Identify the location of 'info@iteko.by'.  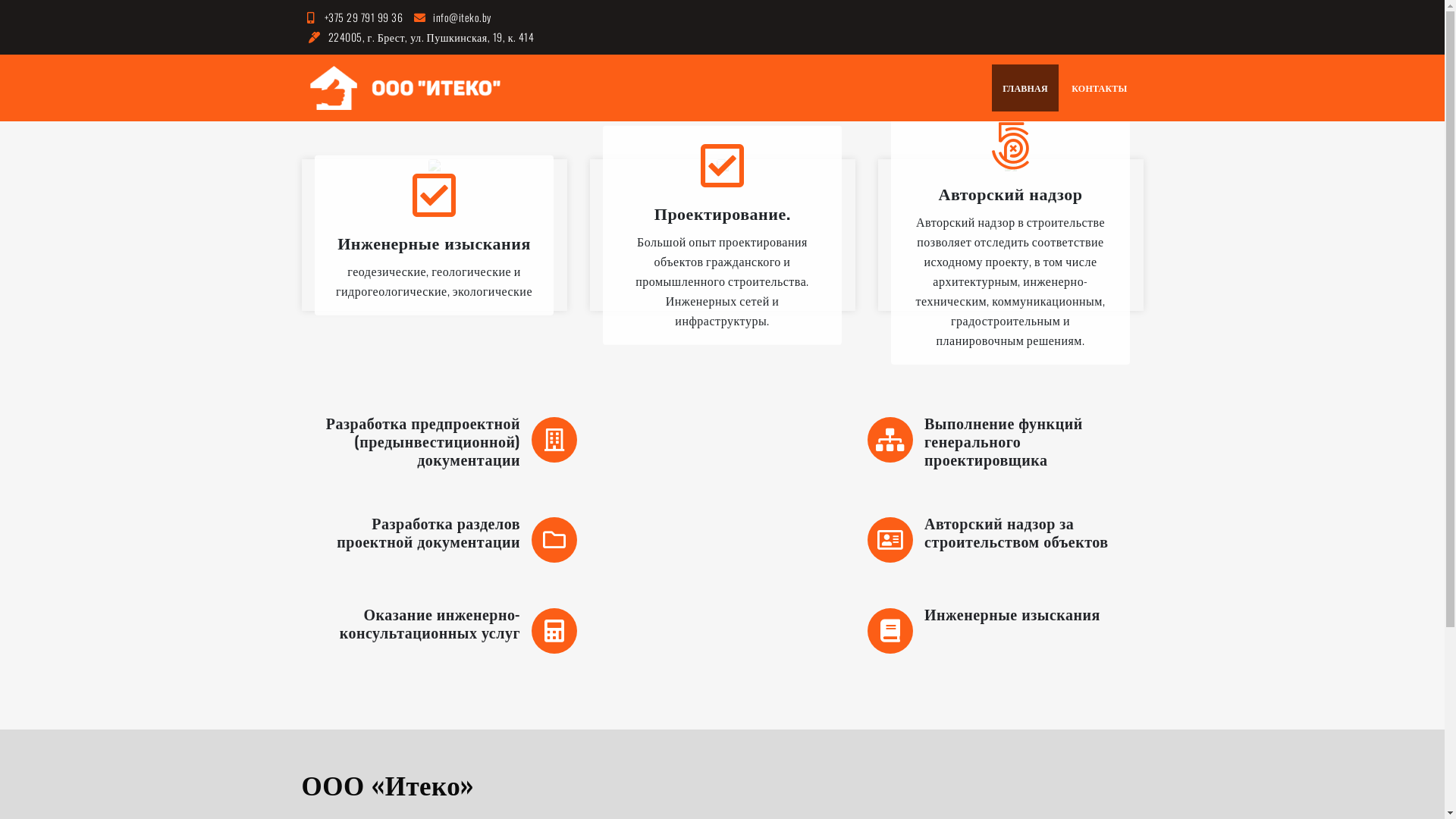
(450, 17).